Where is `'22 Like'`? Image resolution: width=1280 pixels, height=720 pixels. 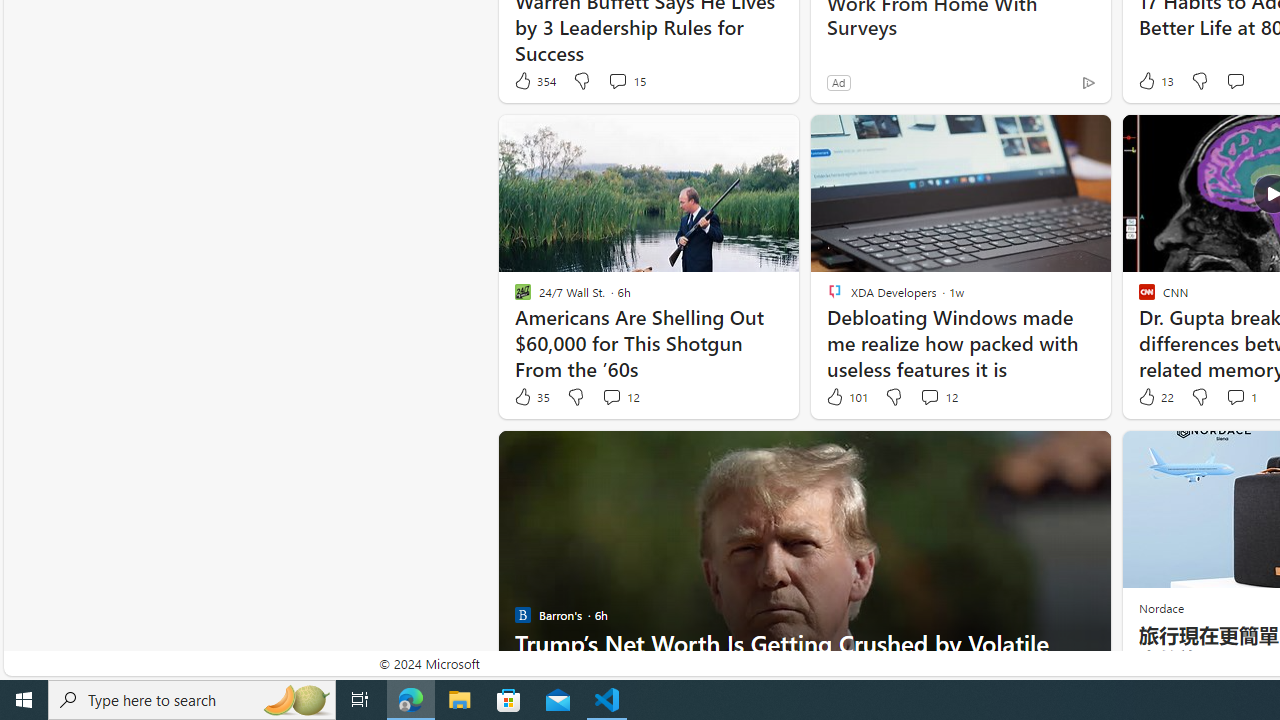 '22 Like' is located at coordinates (1154, 397).